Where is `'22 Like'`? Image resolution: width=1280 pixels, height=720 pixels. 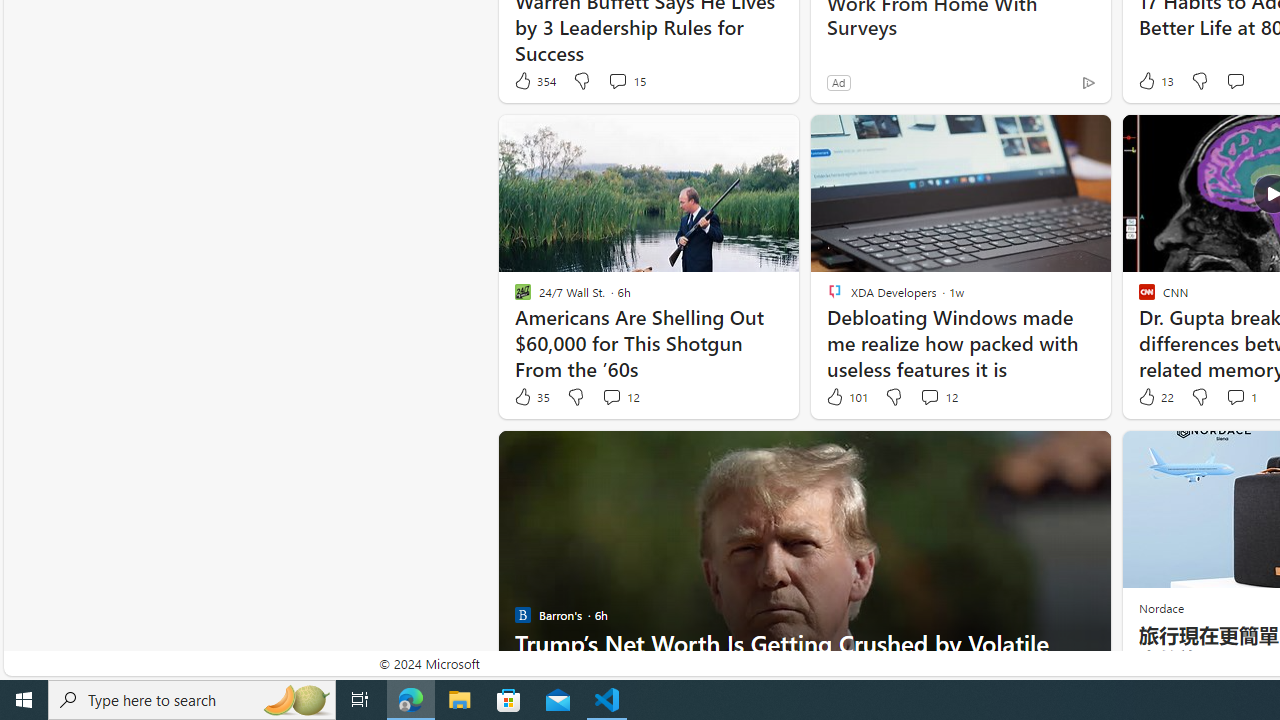 '22 Like' is located at coordinates (1154, 397).